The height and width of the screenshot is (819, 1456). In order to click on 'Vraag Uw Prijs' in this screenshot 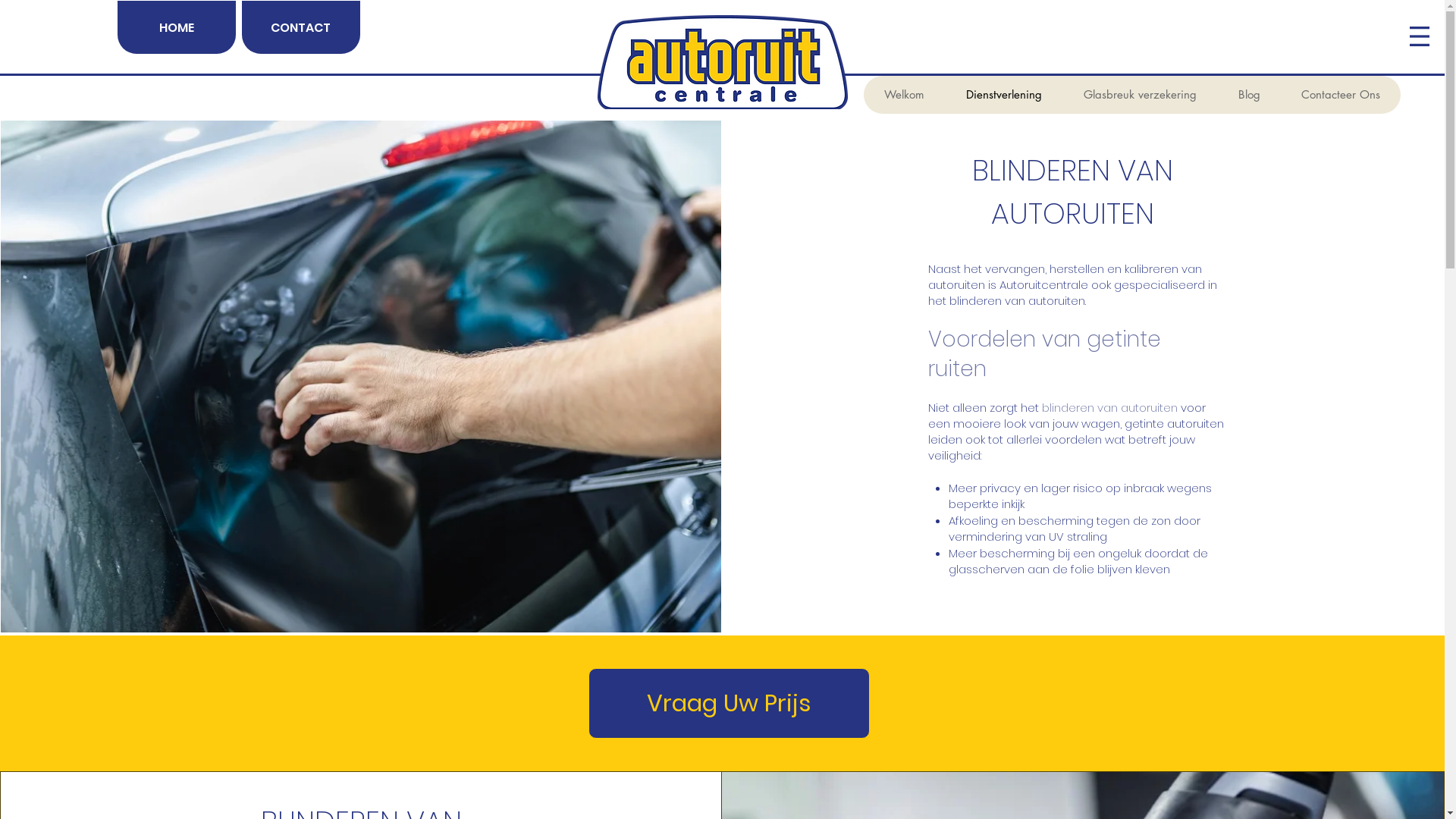, I will do `click(729, 703)`.